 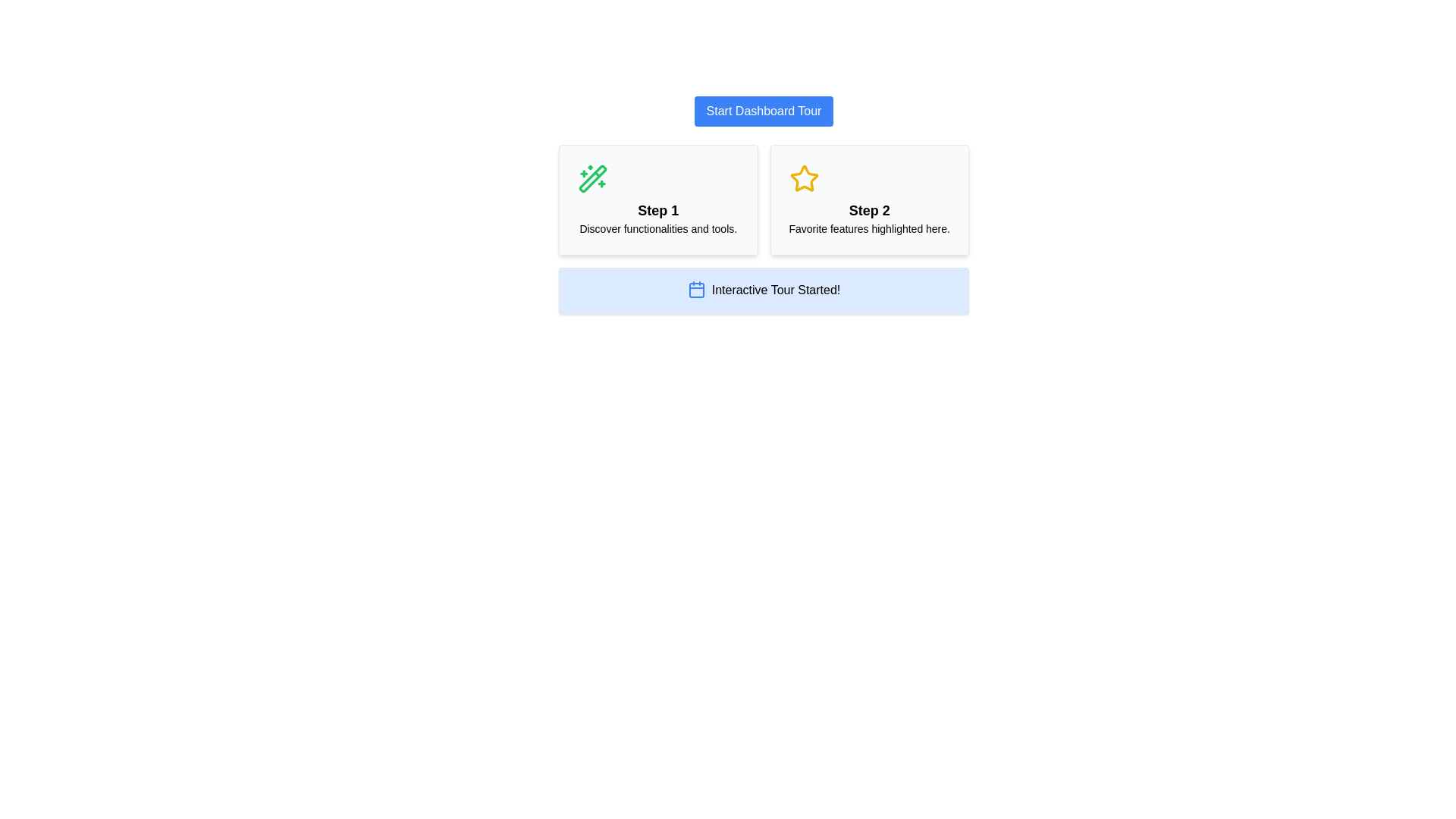 I want to click on the calendar icon with a blue circular background located above the text 'Interactive Tour Started!', so click(x=695, y=290).